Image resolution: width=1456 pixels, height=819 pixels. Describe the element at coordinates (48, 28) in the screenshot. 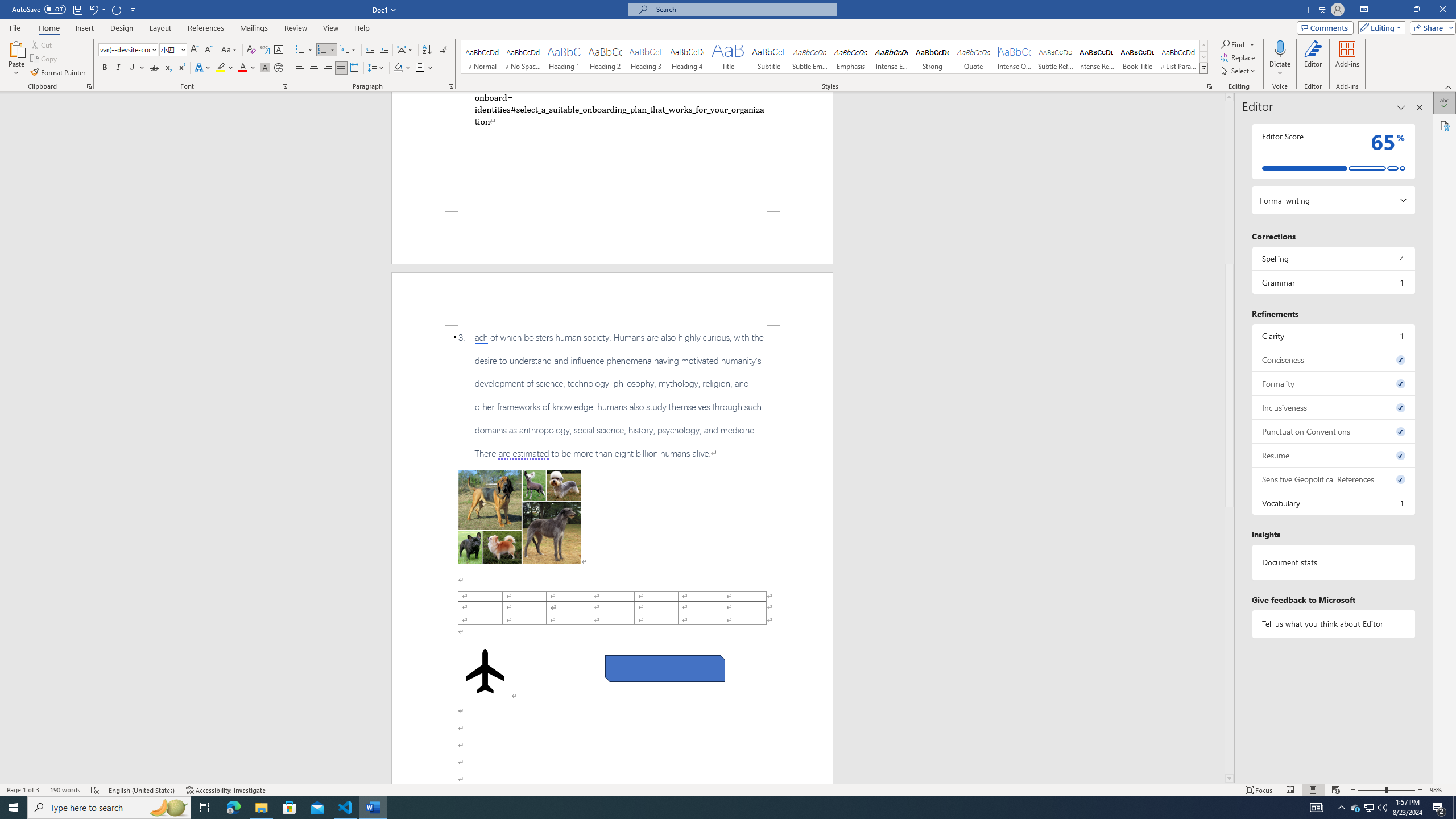

I see `'Home'` at that location.